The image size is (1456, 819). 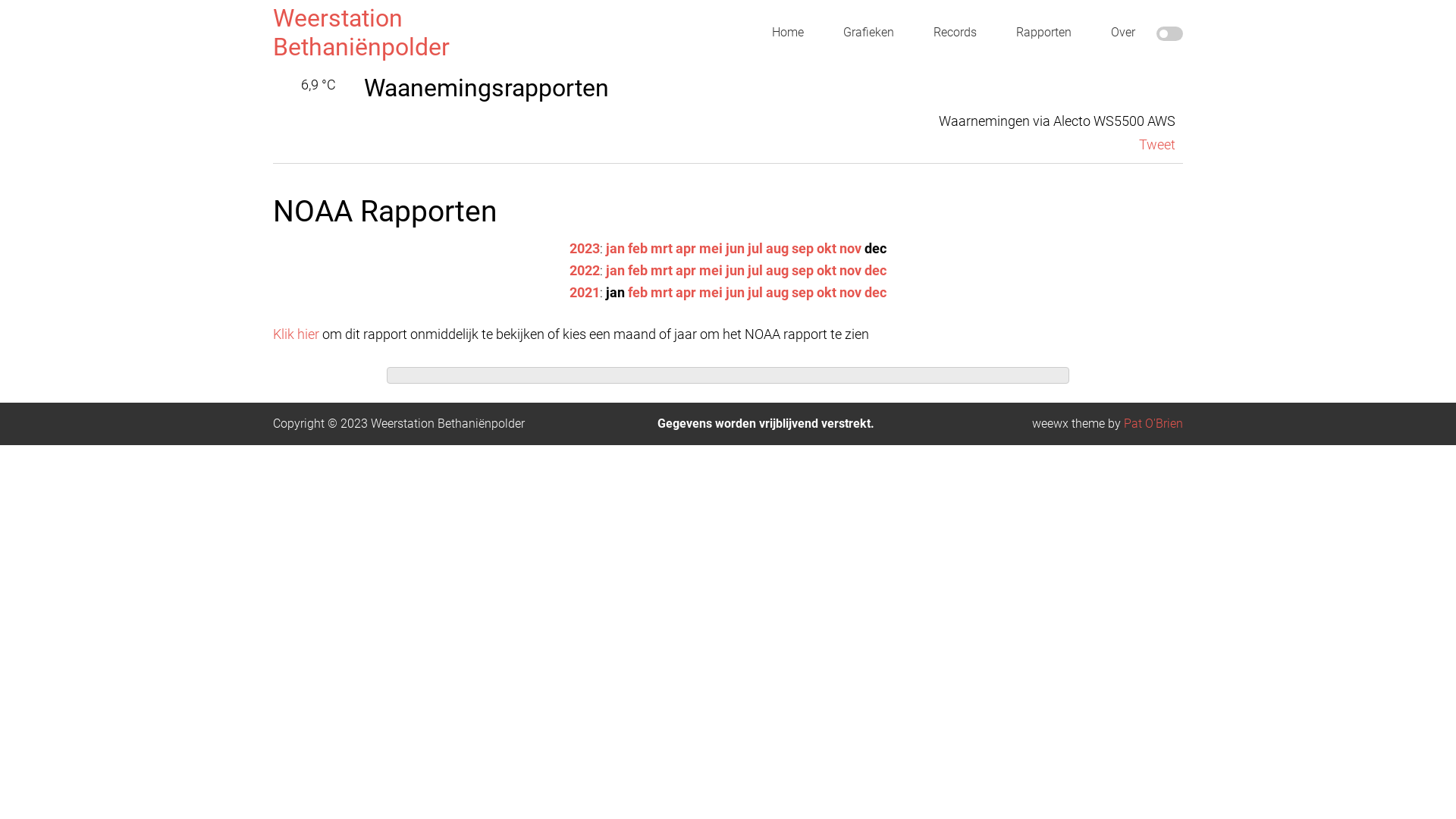 What do you see at coordinates (1043, 32) in the screenshot?
I see `'Rapporten'` at bounding box center [1043, 32].